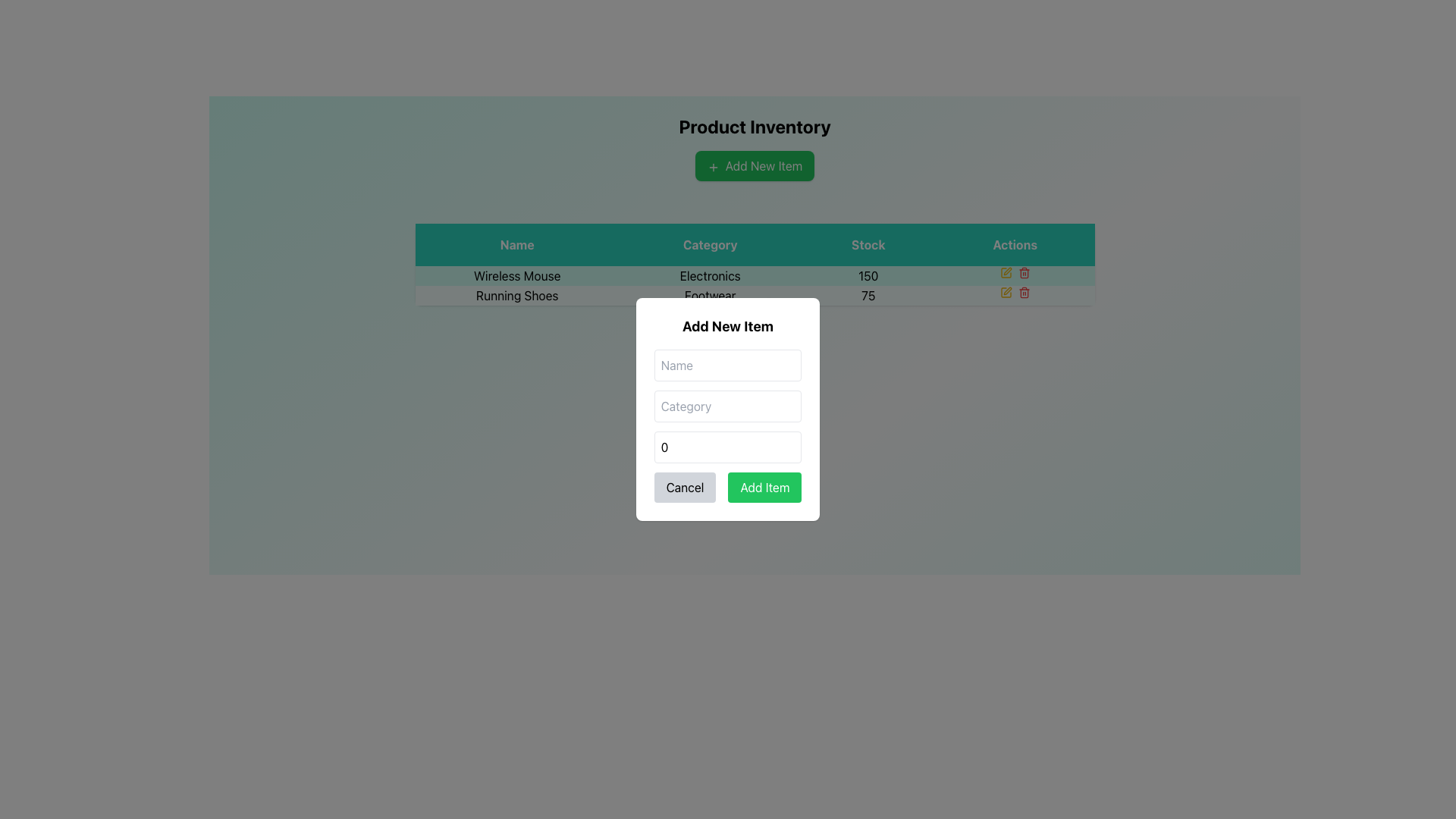  Describe the element at coordinates (764, 488) in the screenshot. I see `the 'Add' button located at the lower-right corner of the modal dialog box` at that location.